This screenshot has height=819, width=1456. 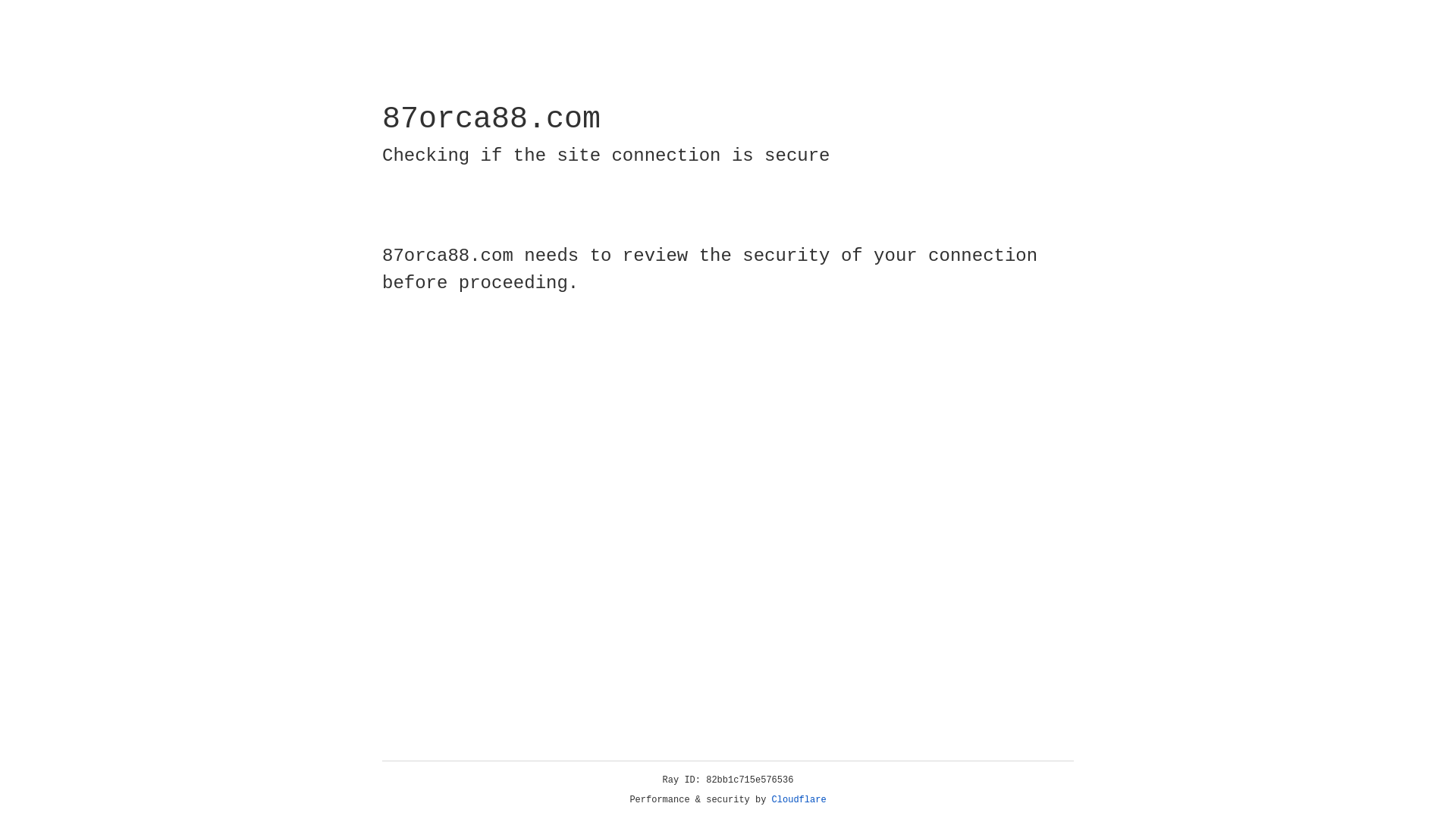 What do you see at coordinates (771, 799) in the screenshot?
I see `'Cloudflare'` at bounding box center [771, 799].